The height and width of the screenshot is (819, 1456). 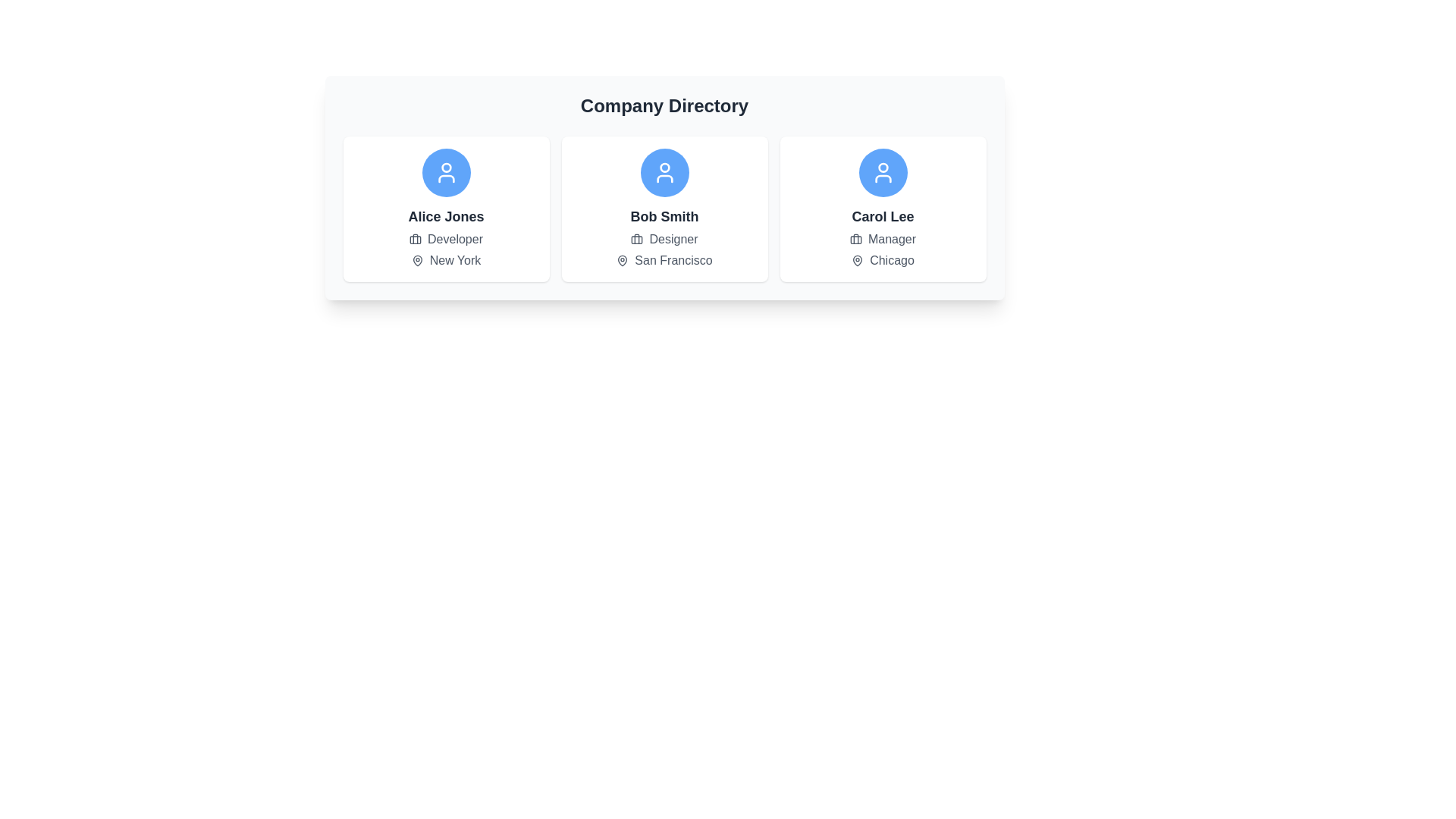 I want to click on properties of the user profile icon, which is a simple figure of a head and shoulders in white against a blue circular background, located at the top-center of Bob Smith's profile card, so click(x=664, y=171).